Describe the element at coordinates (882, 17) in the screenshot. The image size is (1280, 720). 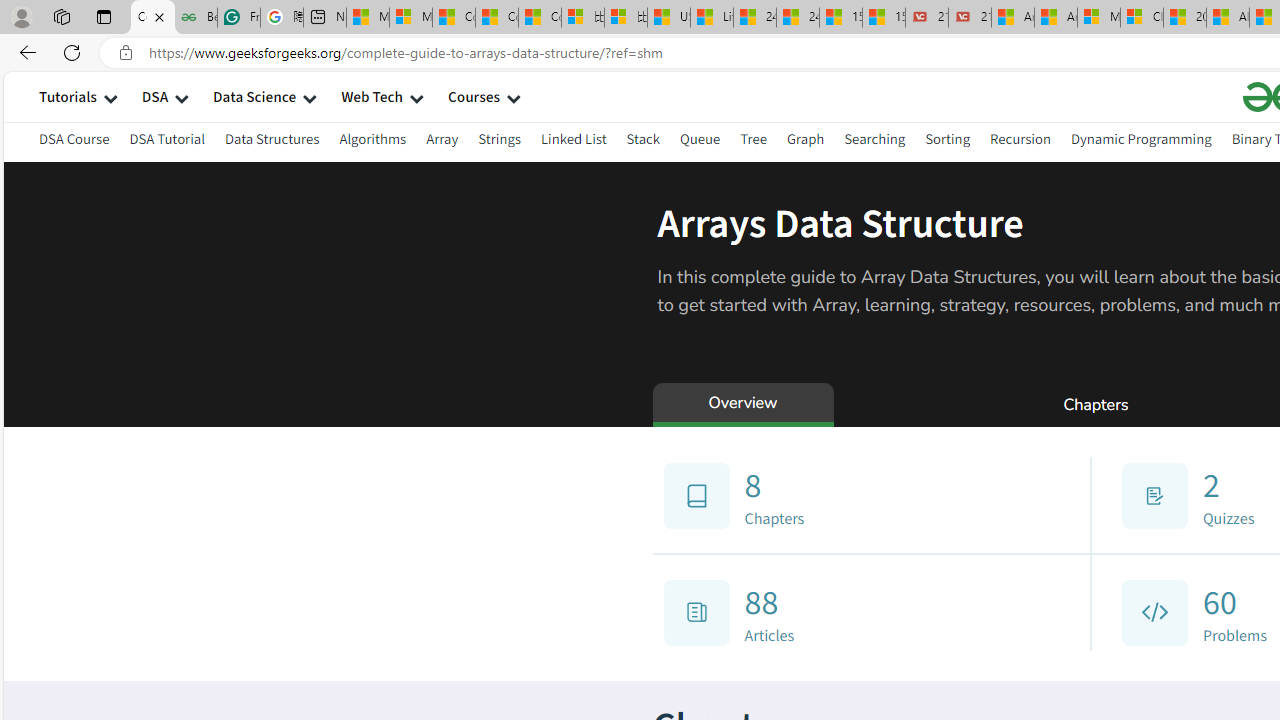
I see `'15 Ways Modern Life Contradicts the Teachings of Jesus'` at that location.